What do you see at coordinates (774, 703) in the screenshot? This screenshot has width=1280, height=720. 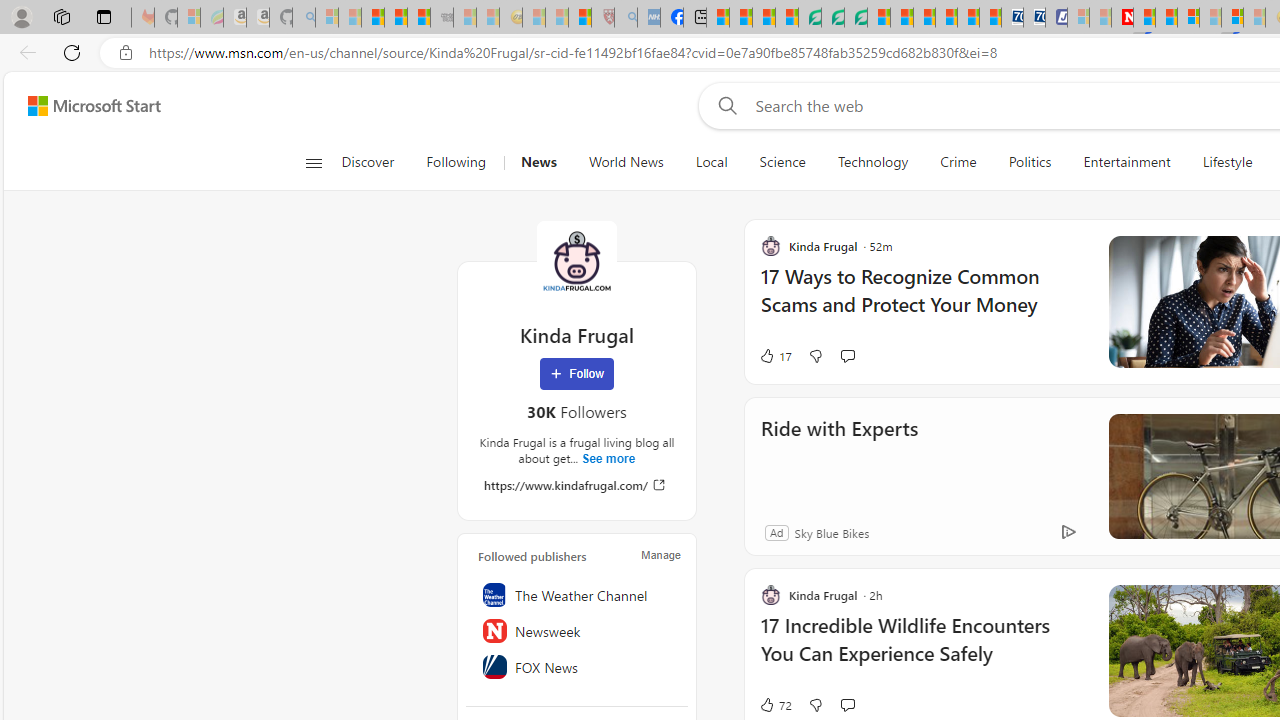 I see `'72 Like'` at bounding box center [774, 703].